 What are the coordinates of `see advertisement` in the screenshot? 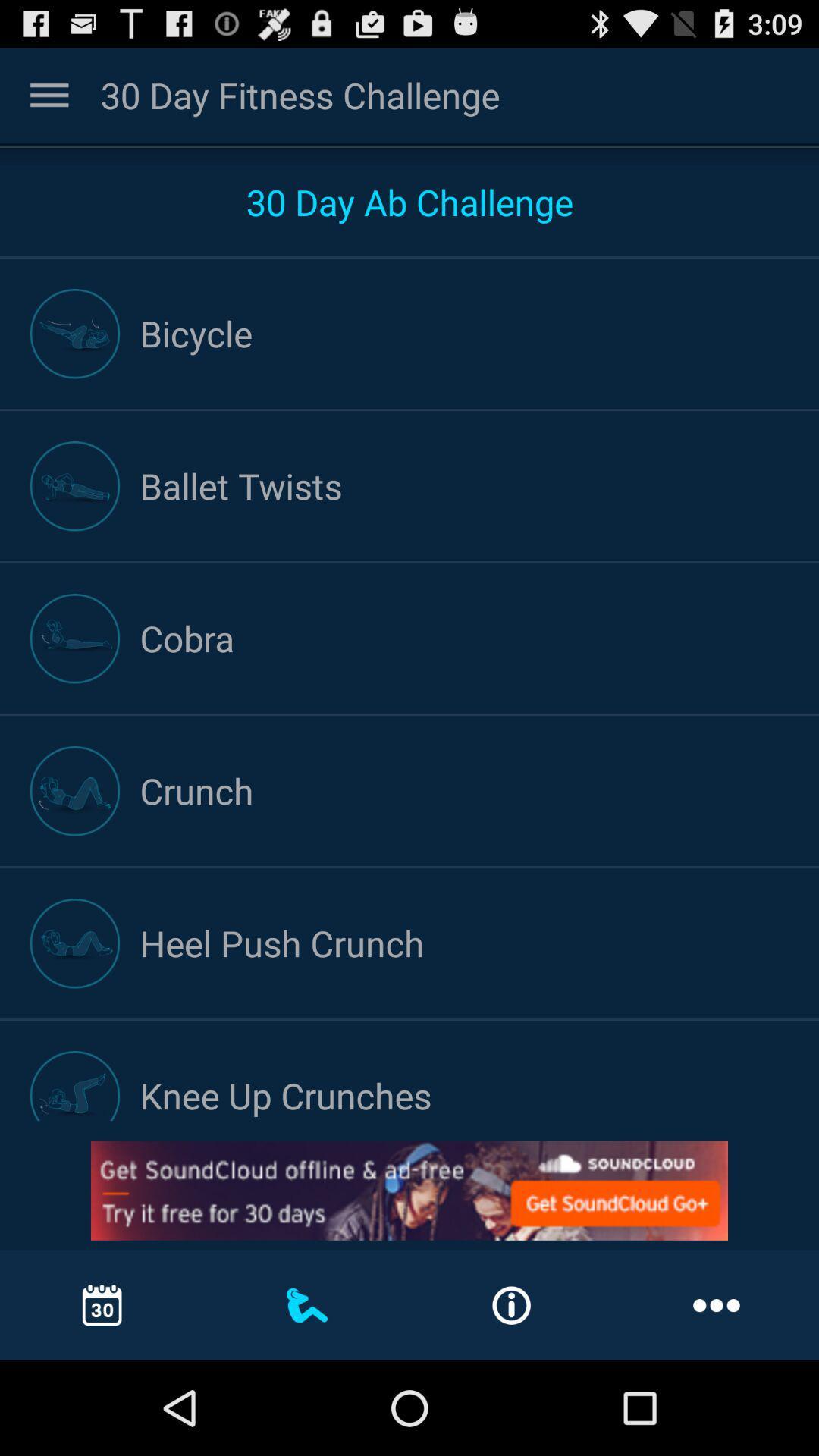 It's located at (409, 1190).